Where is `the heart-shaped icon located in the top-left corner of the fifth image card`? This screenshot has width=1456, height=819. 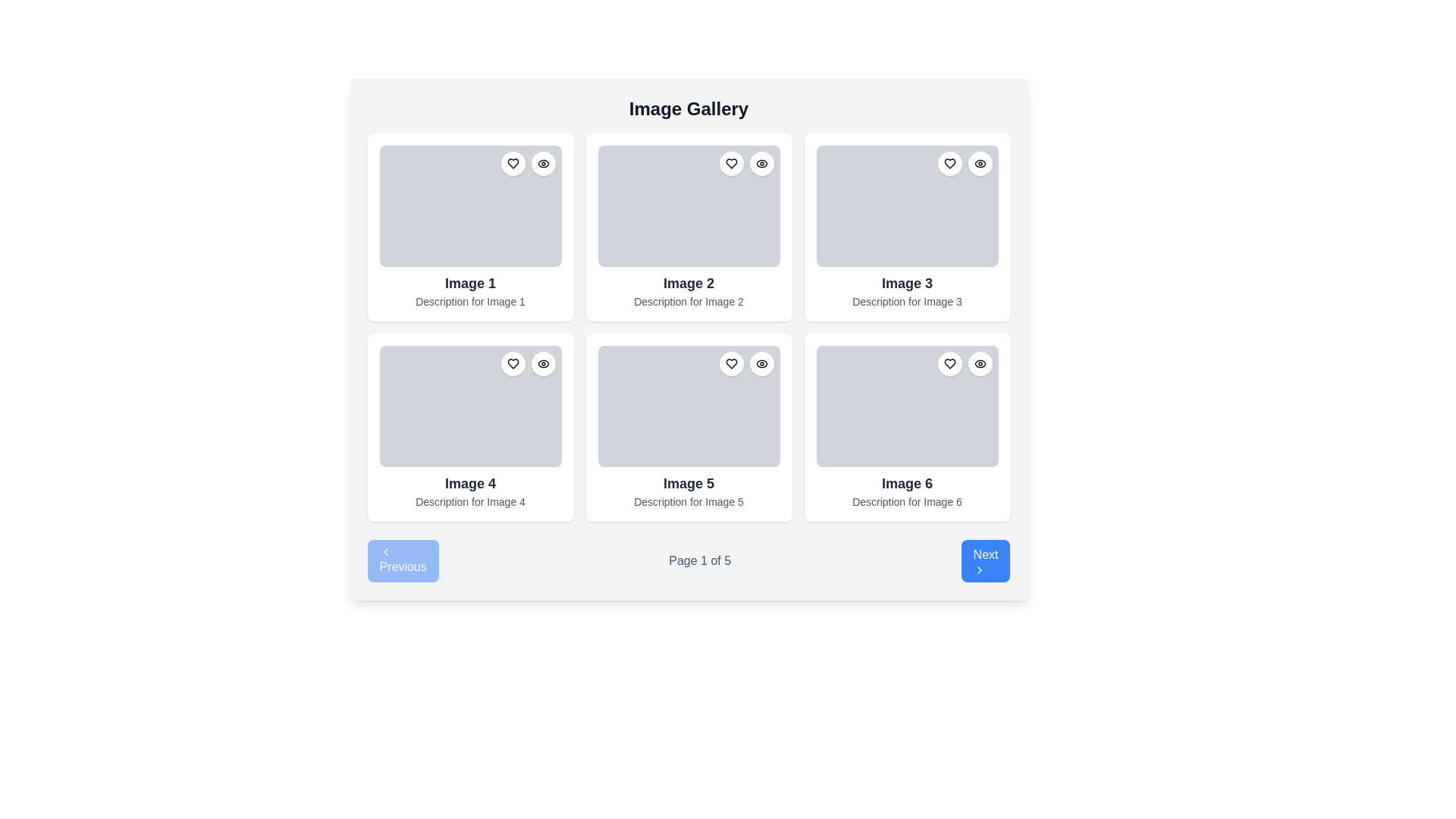
the heart-shaped icon located in the top-left corner of the fifth image card is located at coordinates (731, 363).